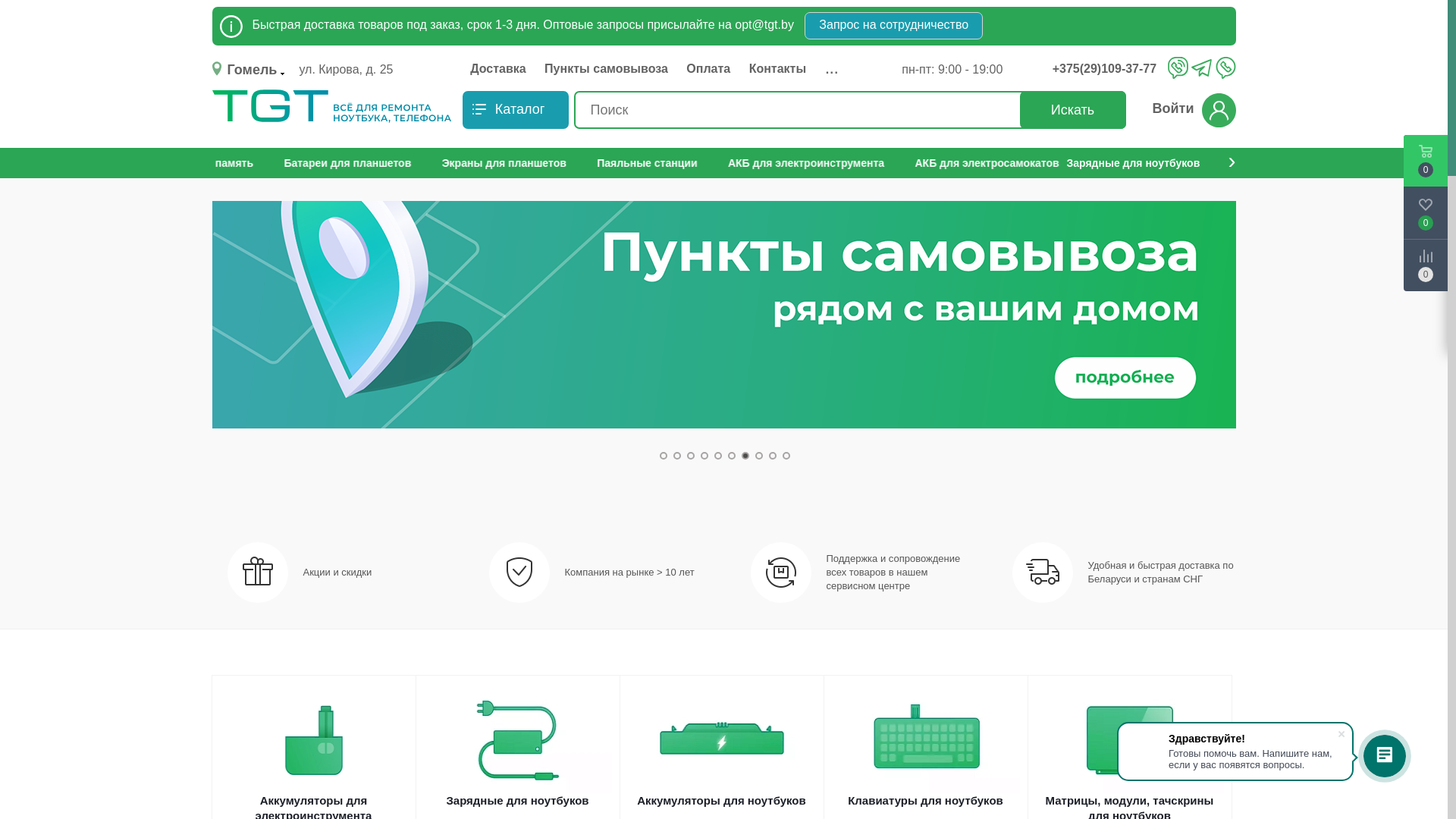  What do you see at coordinates (772, 455) in the screenshot?
I see `'9'` at bounding box center [772, 455].